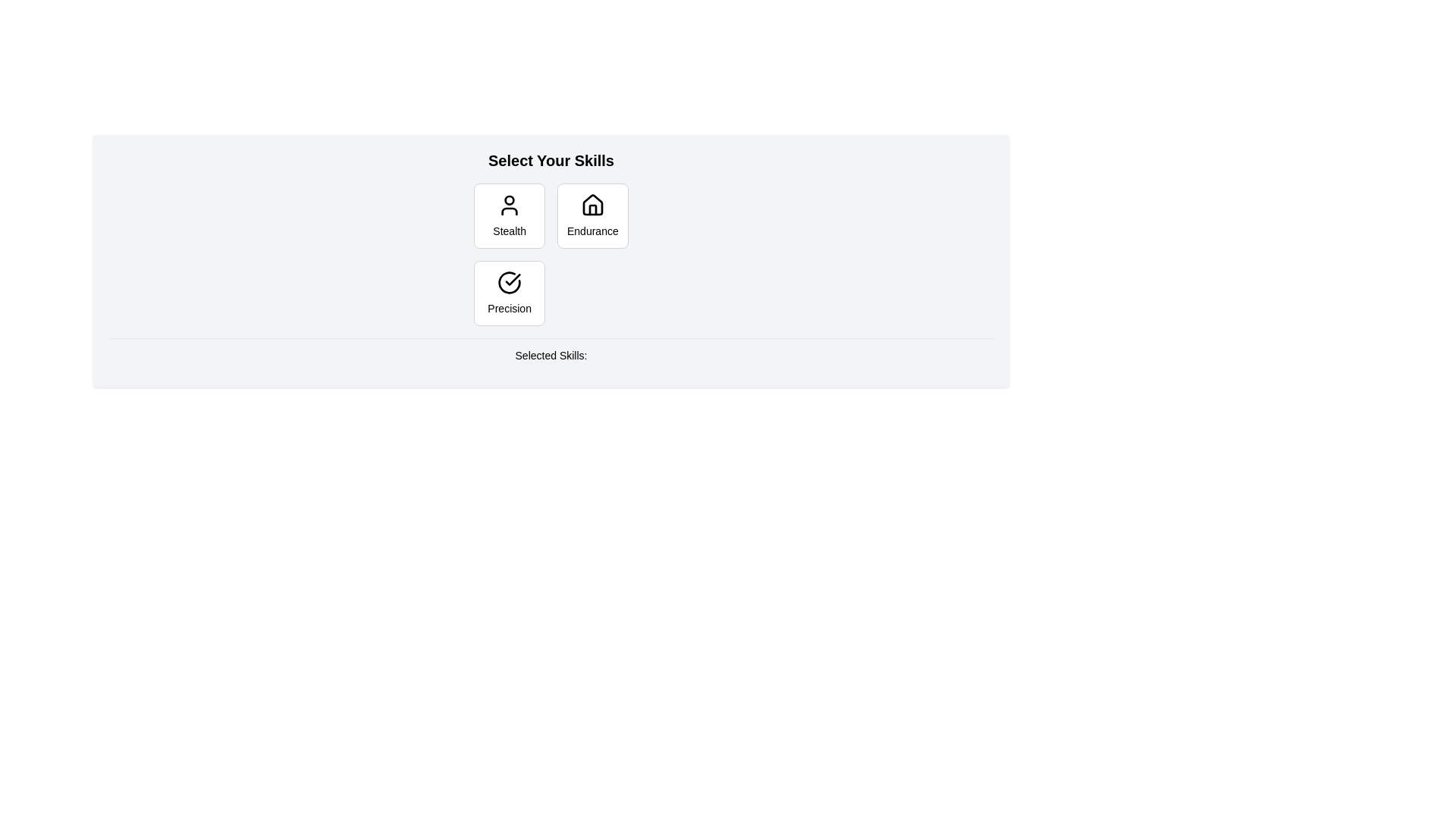  I want to click on the 'Endurance' card, which features a house icon and is located in the first row of a grid layout, so click(591, 216).